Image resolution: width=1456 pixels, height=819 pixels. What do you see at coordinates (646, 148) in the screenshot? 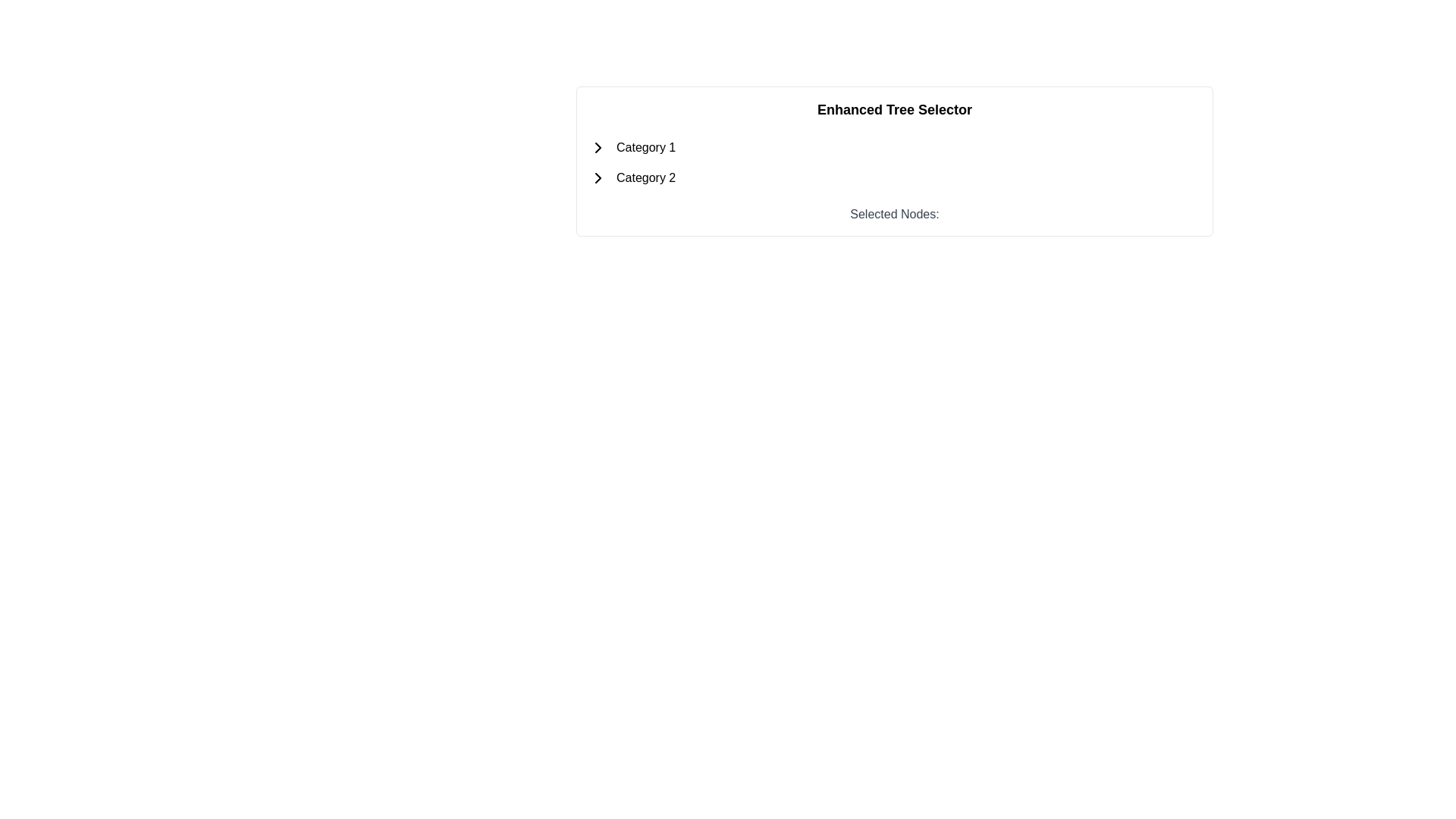
I see `text label that identifies the category, which is the first item in a vertically aligned list and positioned next to a tree structure arrow icon` at bounding box center [646, 148].